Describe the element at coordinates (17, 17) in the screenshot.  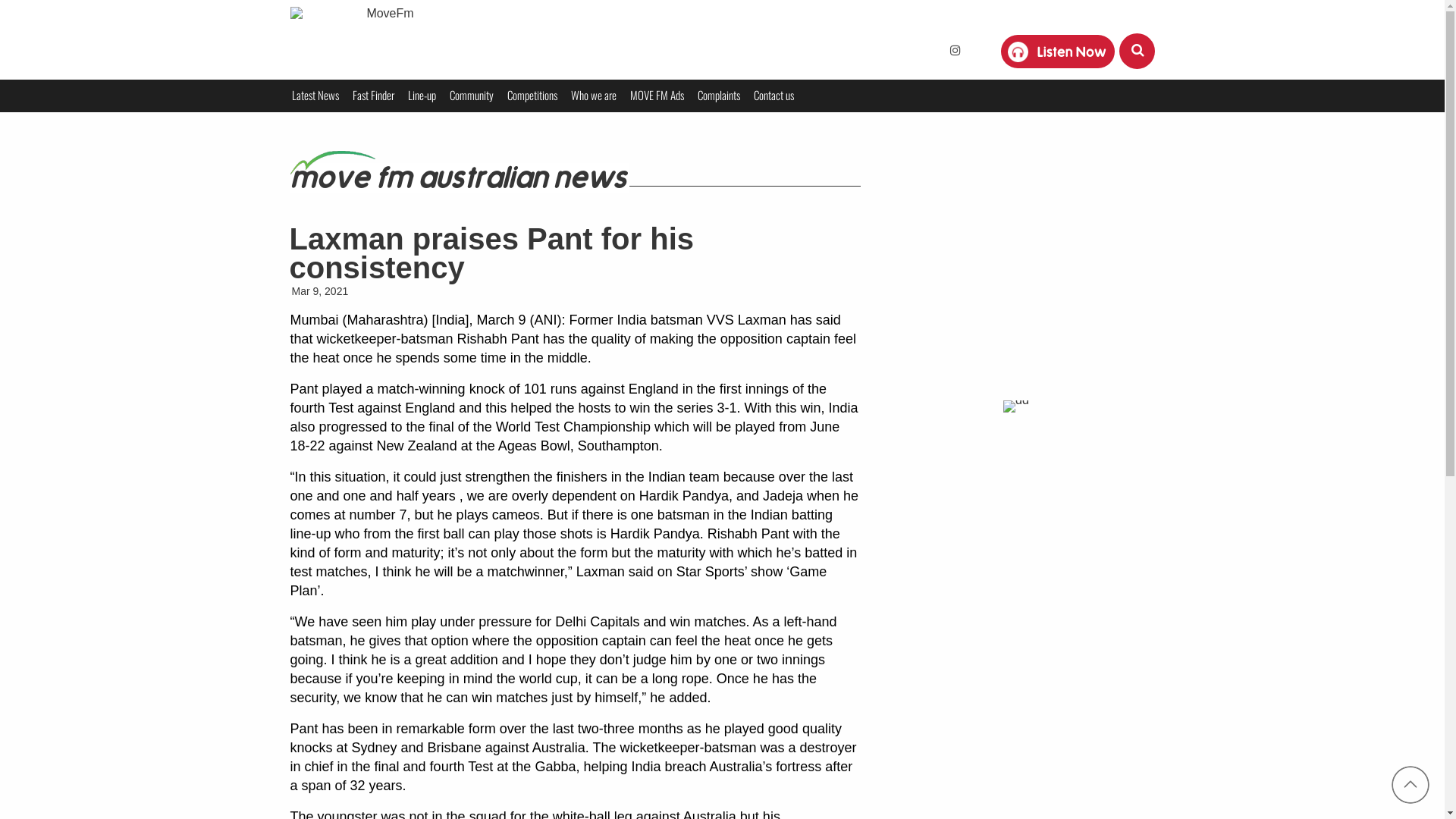
I see `'Search'` at that location.